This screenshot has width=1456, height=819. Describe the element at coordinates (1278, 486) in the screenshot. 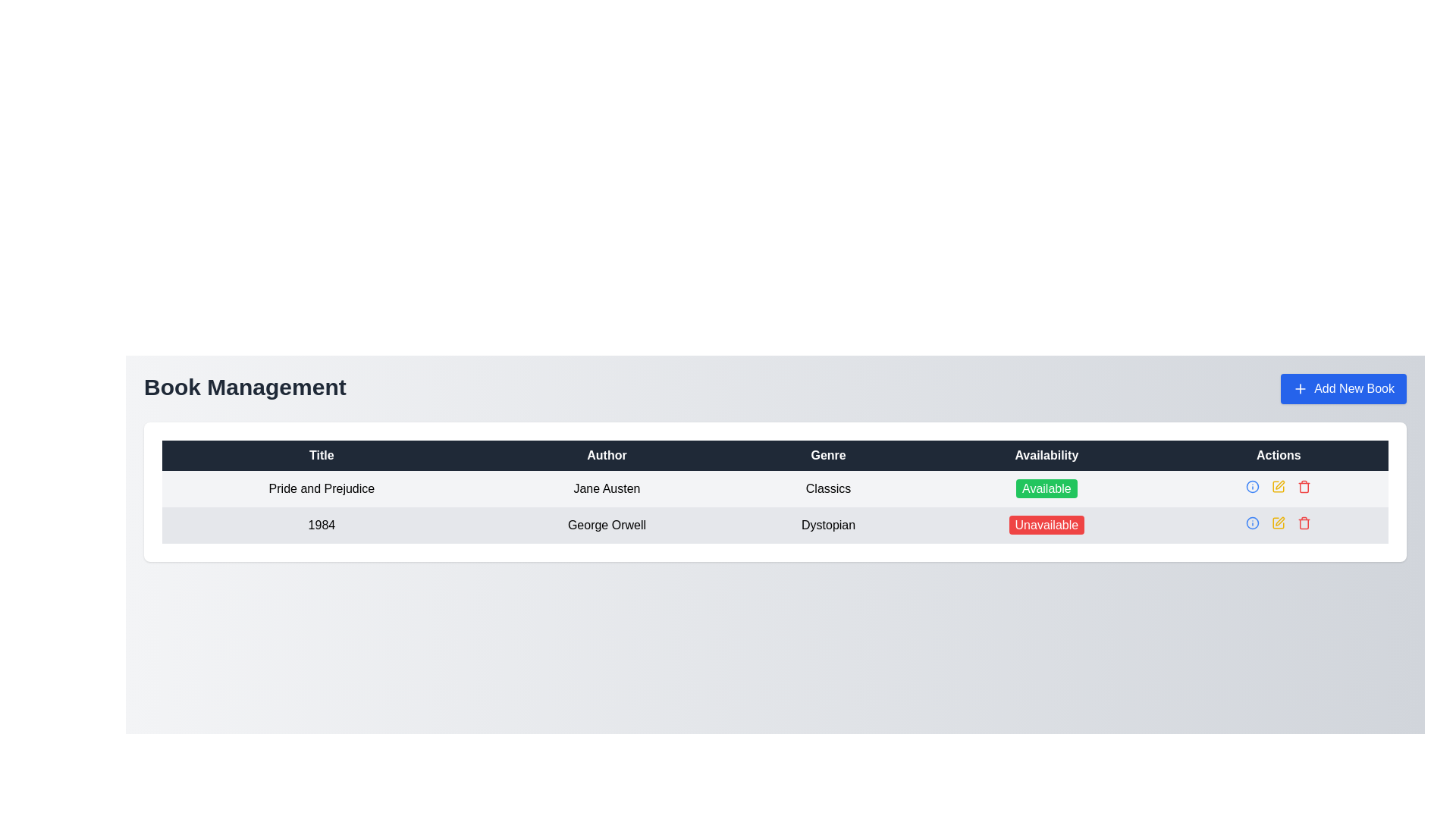

I see `the edit icon for the '1984' book entry located` at that location.